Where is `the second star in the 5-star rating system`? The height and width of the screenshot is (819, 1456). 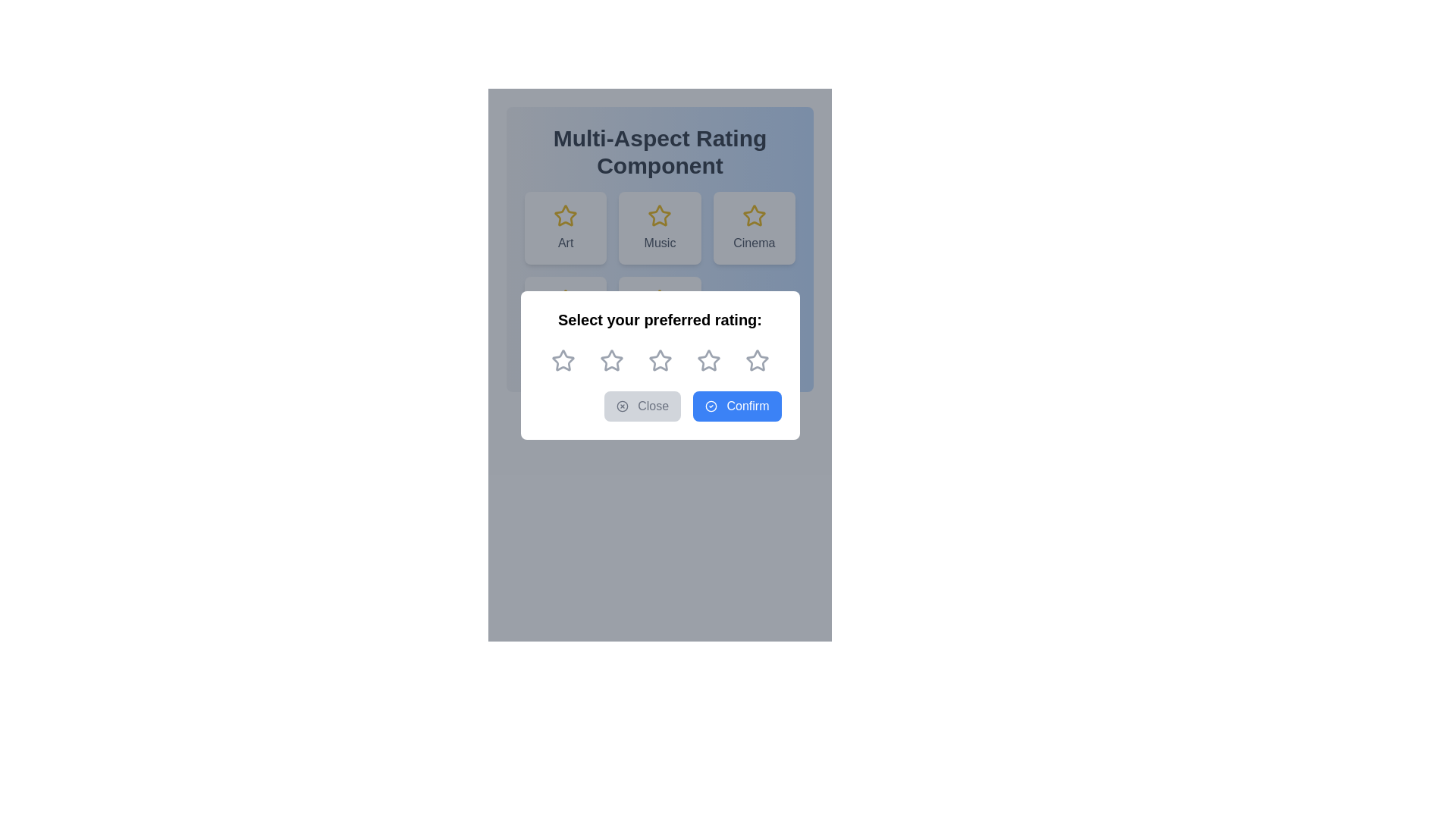
the second star in the 5-star rating system is located at coordinates (660, 359).